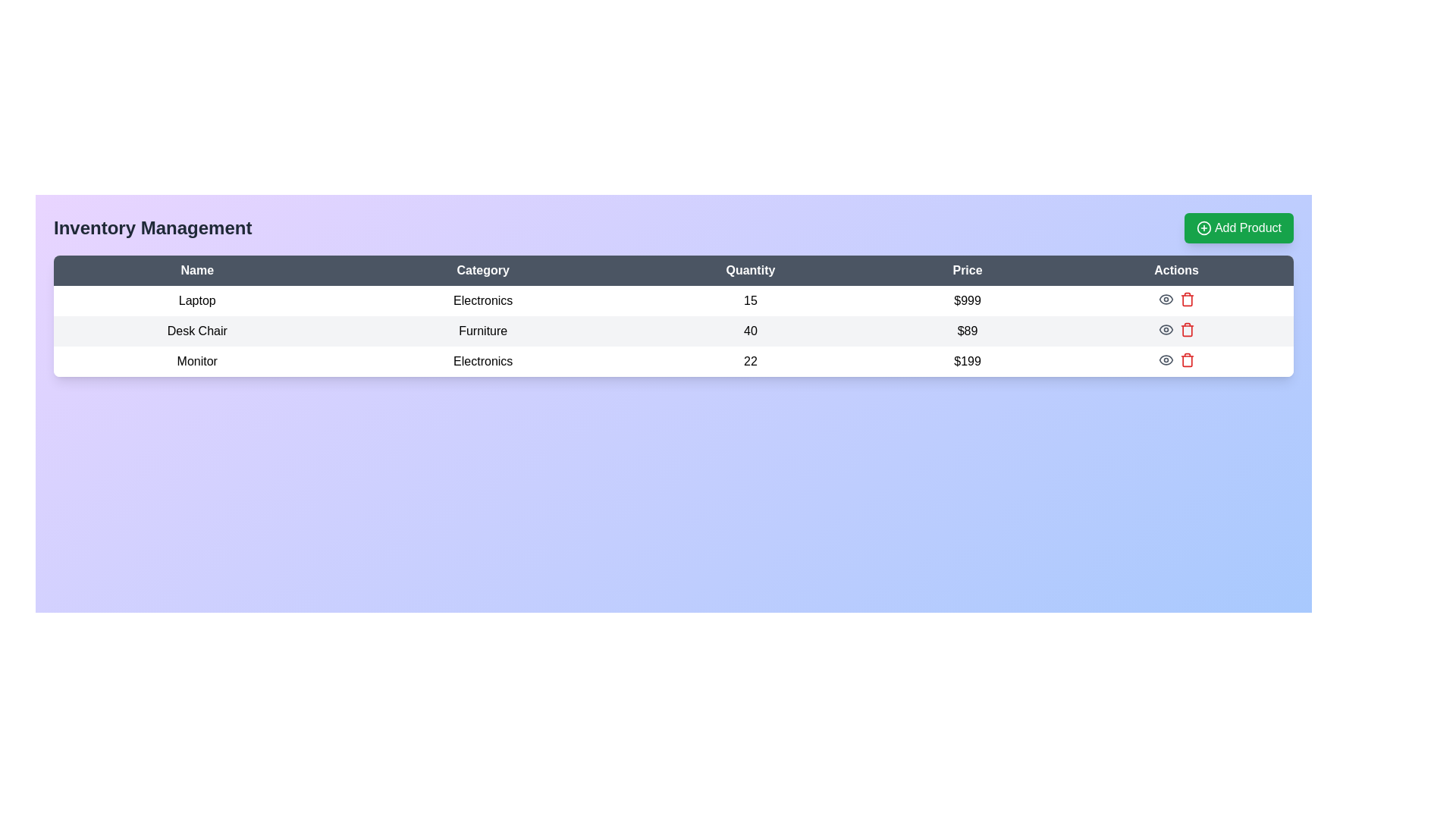 The height and width of the screenshot is (819, 1456). I want to click on the gray eye icon in the icon group located in the rightmost column of the 'Desk Chair' entry in the table, so click(1175, 329).